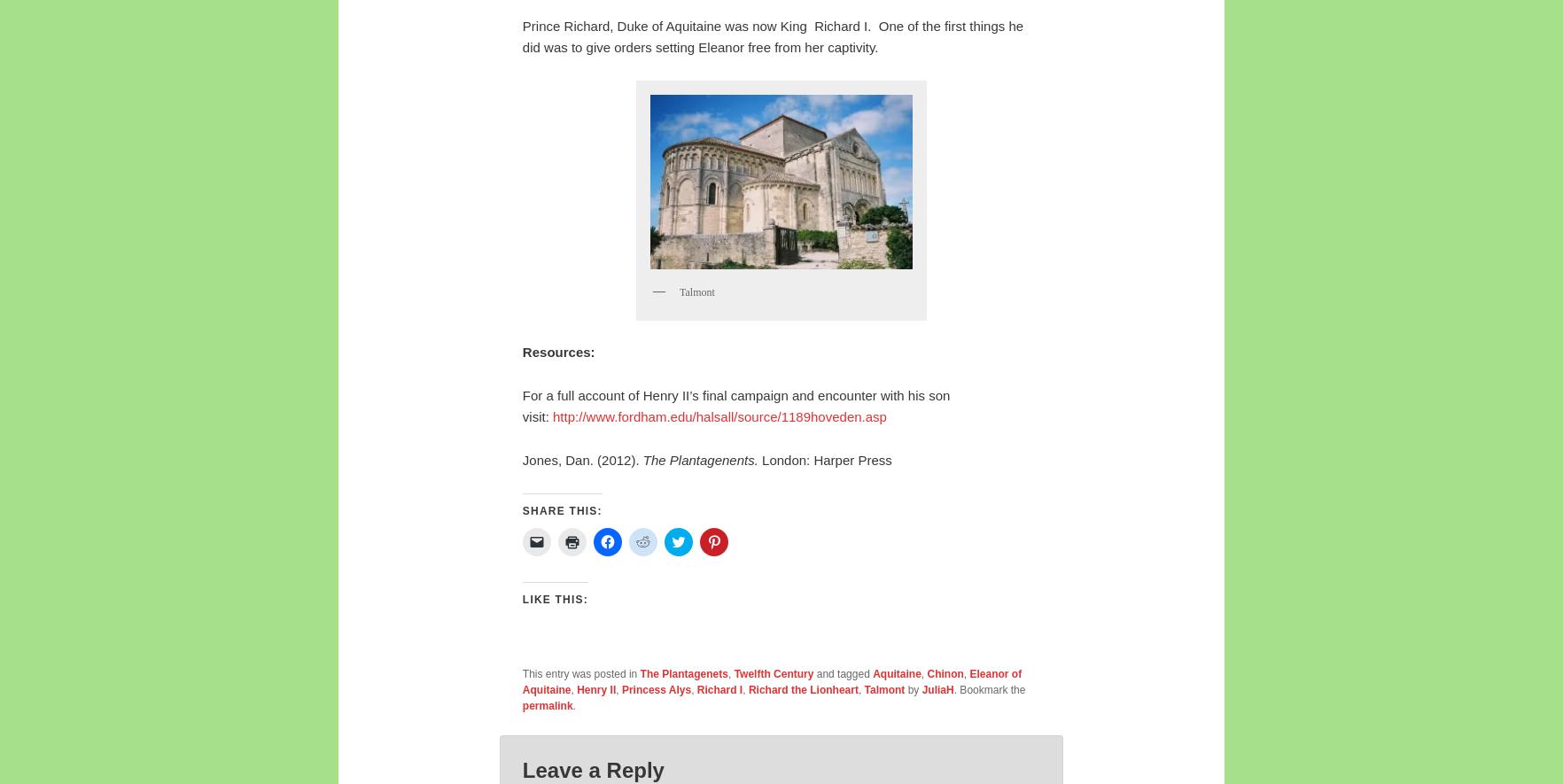  I want to click on 'Jones, Dan. (2012).', so click(581, 460).